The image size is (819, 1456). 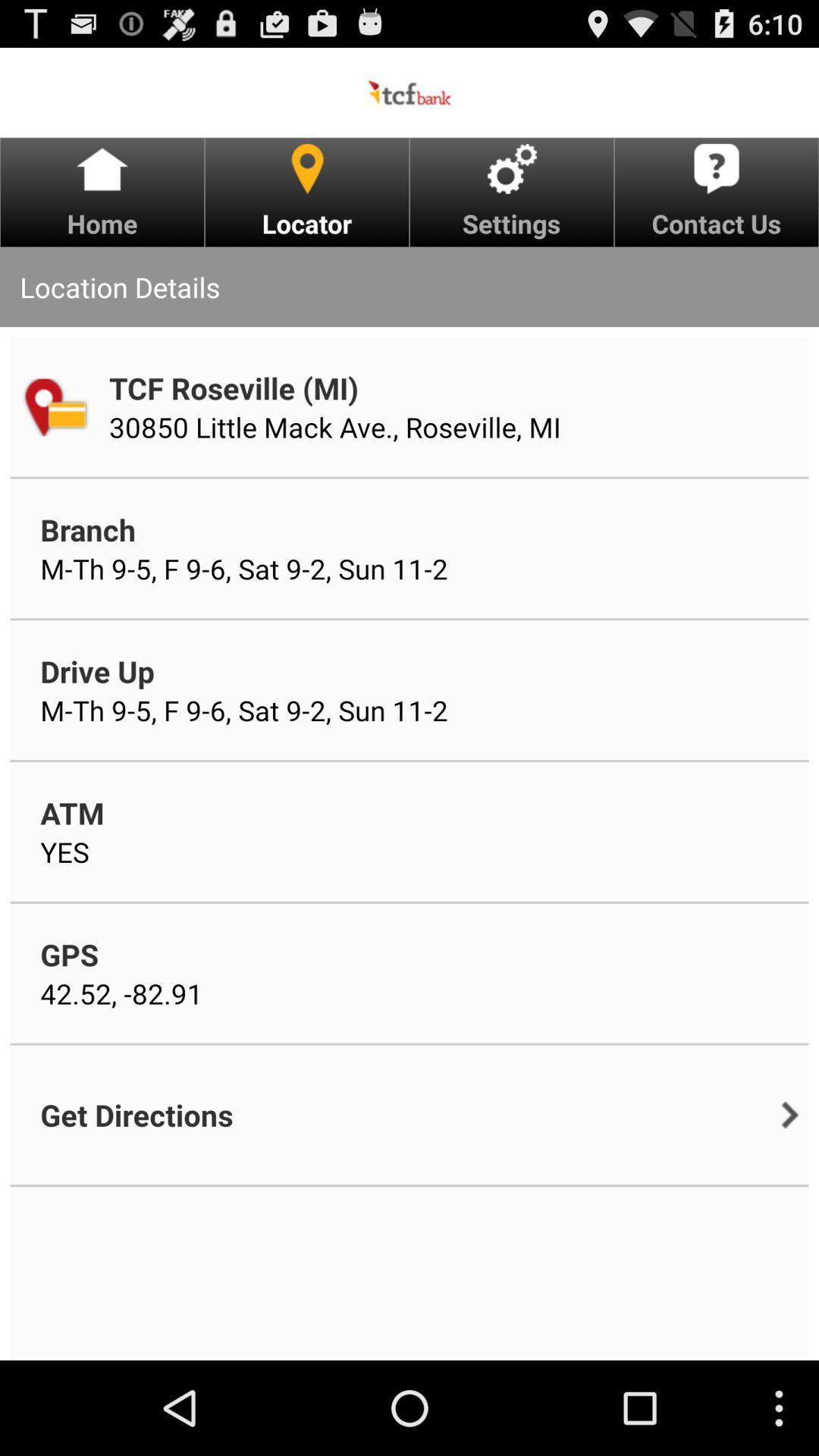 I want to click on the item to the right of the get directions item, so click(x=789, y=1115).